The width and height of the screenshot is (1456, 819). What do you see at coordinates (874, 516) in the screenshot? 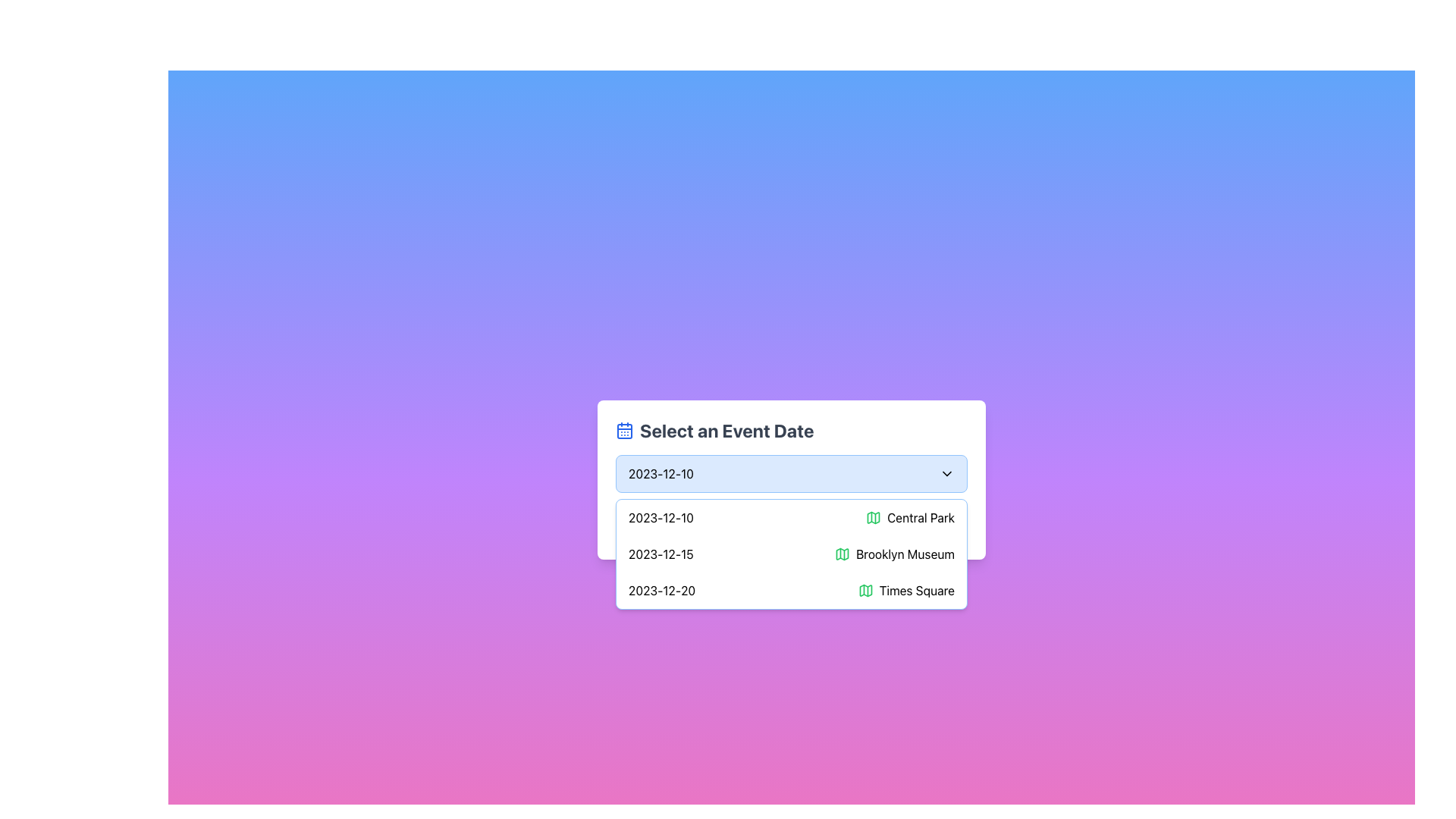
I see `the decorative map icon located at the start of the 'Central Park' row in the event list by moving the cursor to its center` at bounding box center [874, 516].